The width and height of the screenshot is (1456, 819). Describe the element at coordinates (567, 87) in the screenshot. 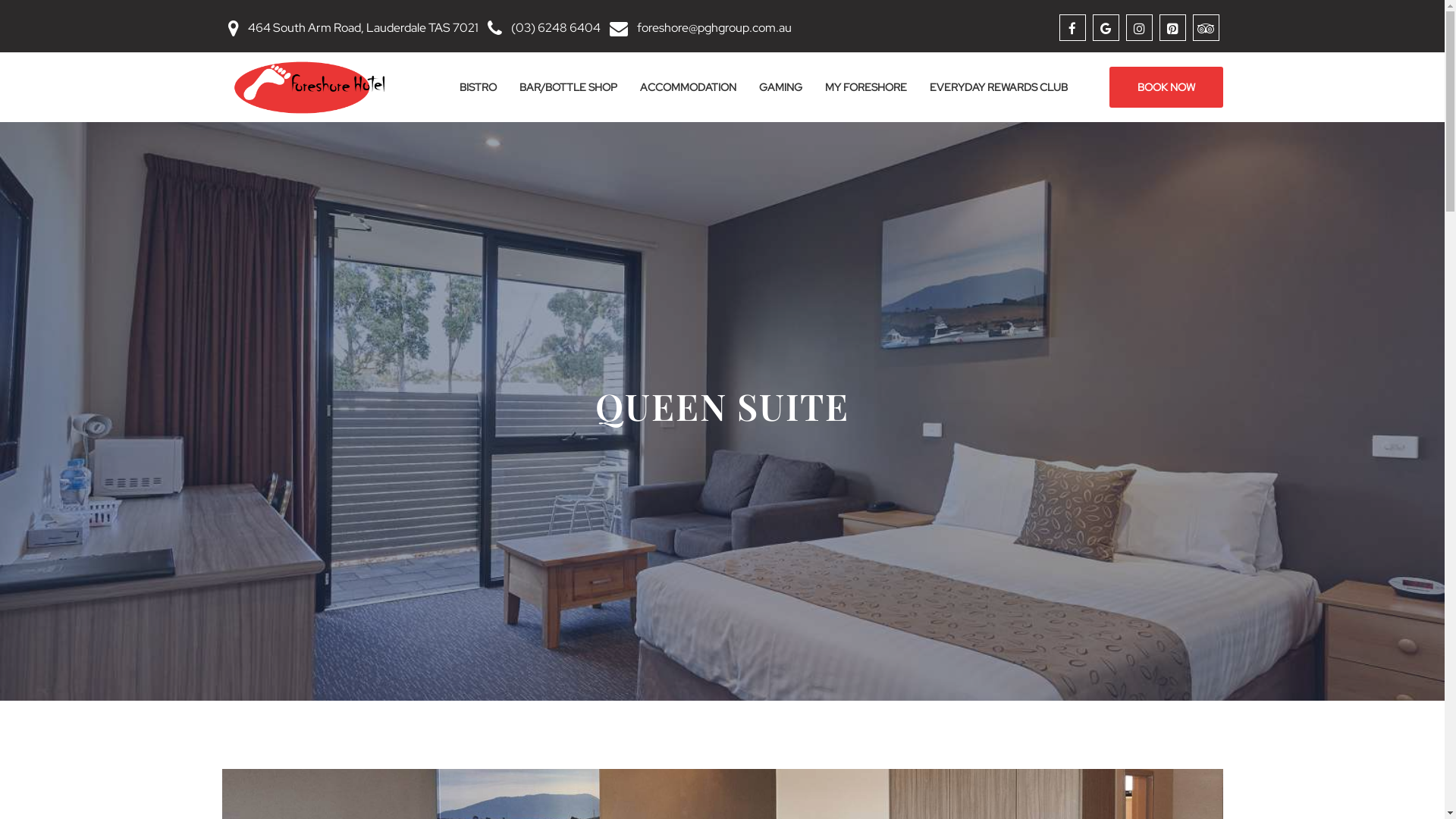

I see `'BAR/BOTTLE SHOP` at that location.